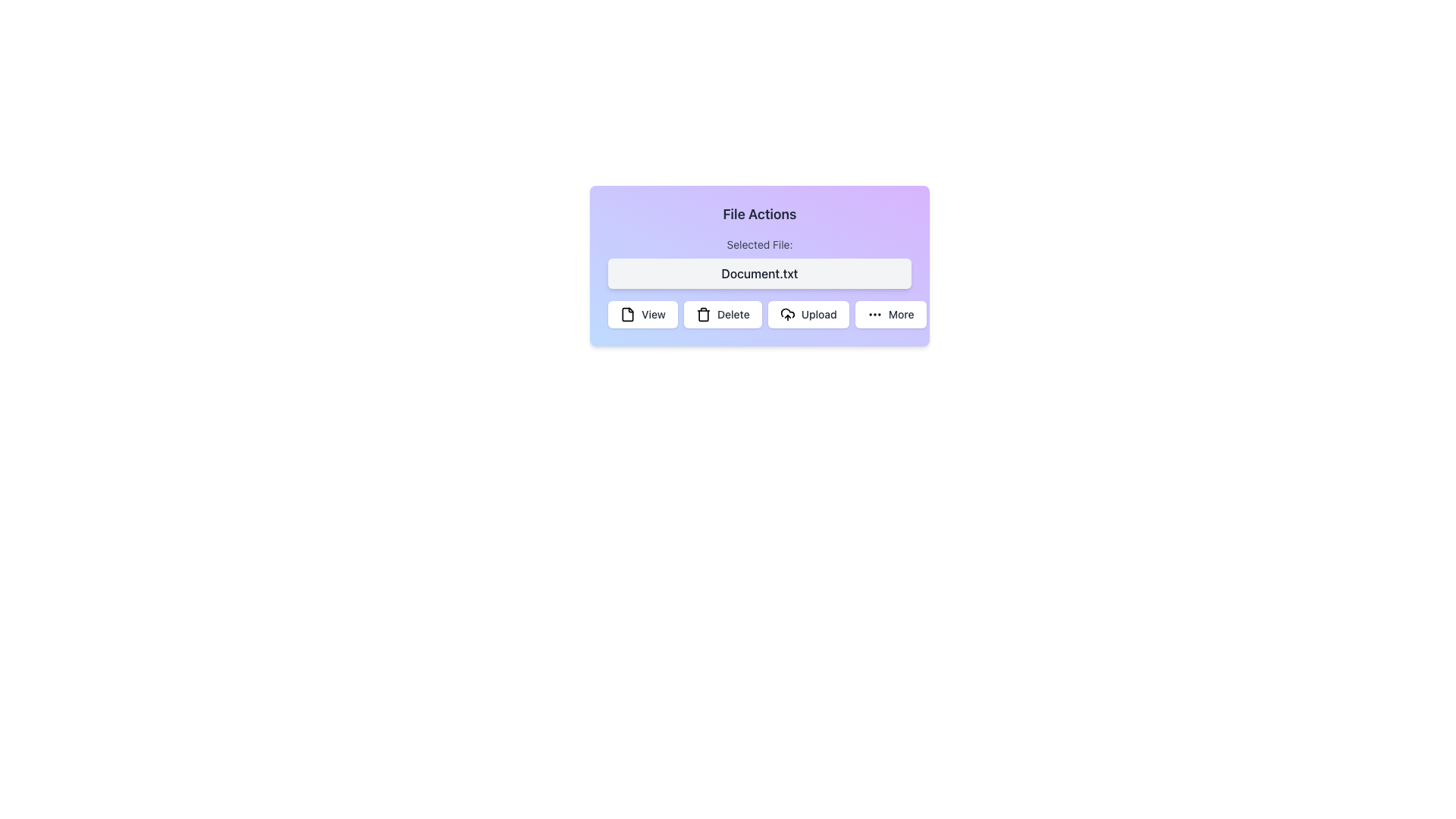  What do you see at coordinates (653, 314) in the screenshot?
I see `text content of the 'View' label, which is positioned towards the right end of a button with a white background and rounded corners` at bounding box center [653, 314].